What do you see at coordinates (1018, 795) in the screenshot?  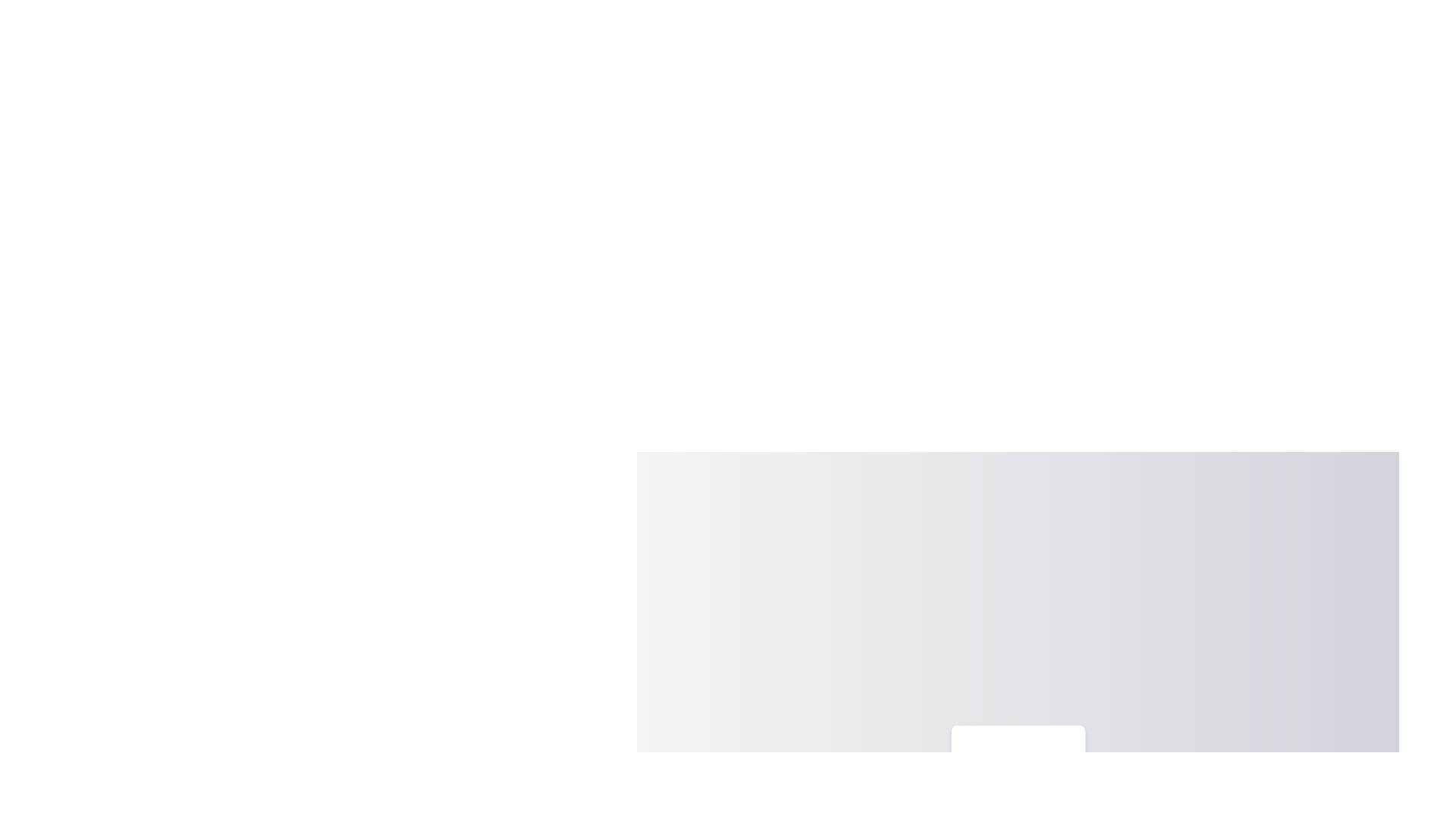 I see `the menu item labeled Settings to highlight it` at bounding box center [1018, 795].